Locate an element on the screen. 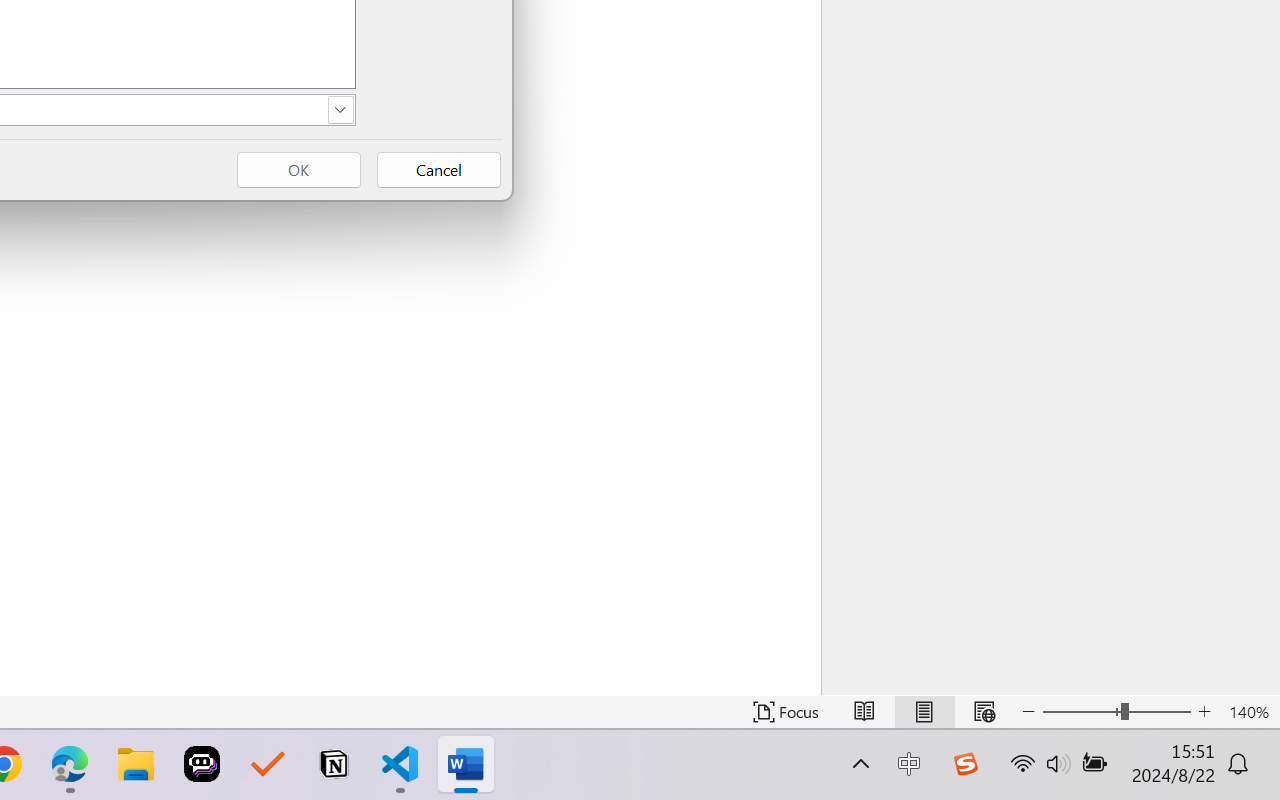 The height and width of the screenshot is (800, 1280). 'Cancel' is located at coordinates (438, 169).